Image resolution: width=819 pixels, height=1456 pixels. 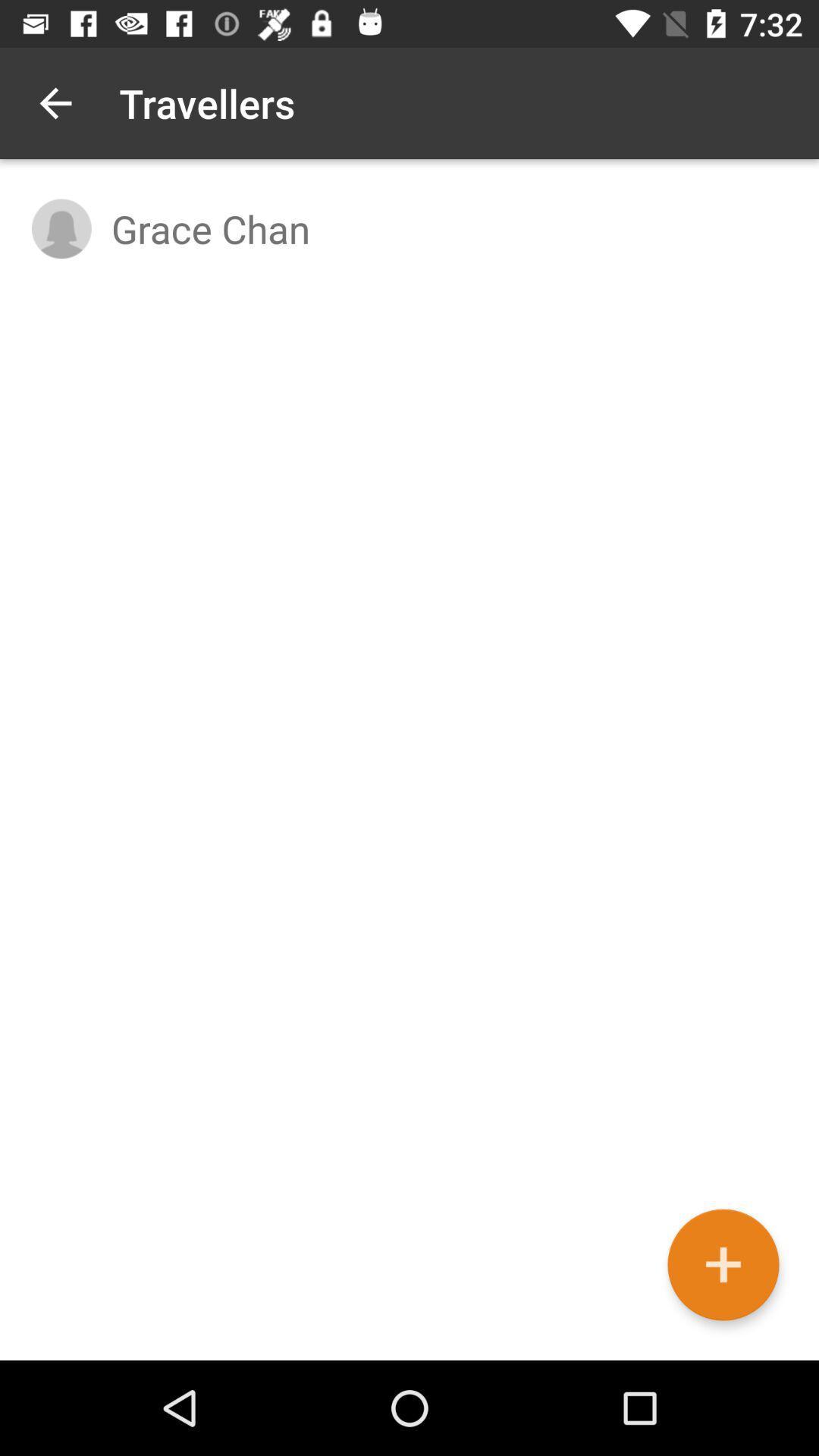 What do you see at coordinates (55, 102) in the screenshot?
I see `icon to the left of the travellers icon` at bounding box center [55, 102].